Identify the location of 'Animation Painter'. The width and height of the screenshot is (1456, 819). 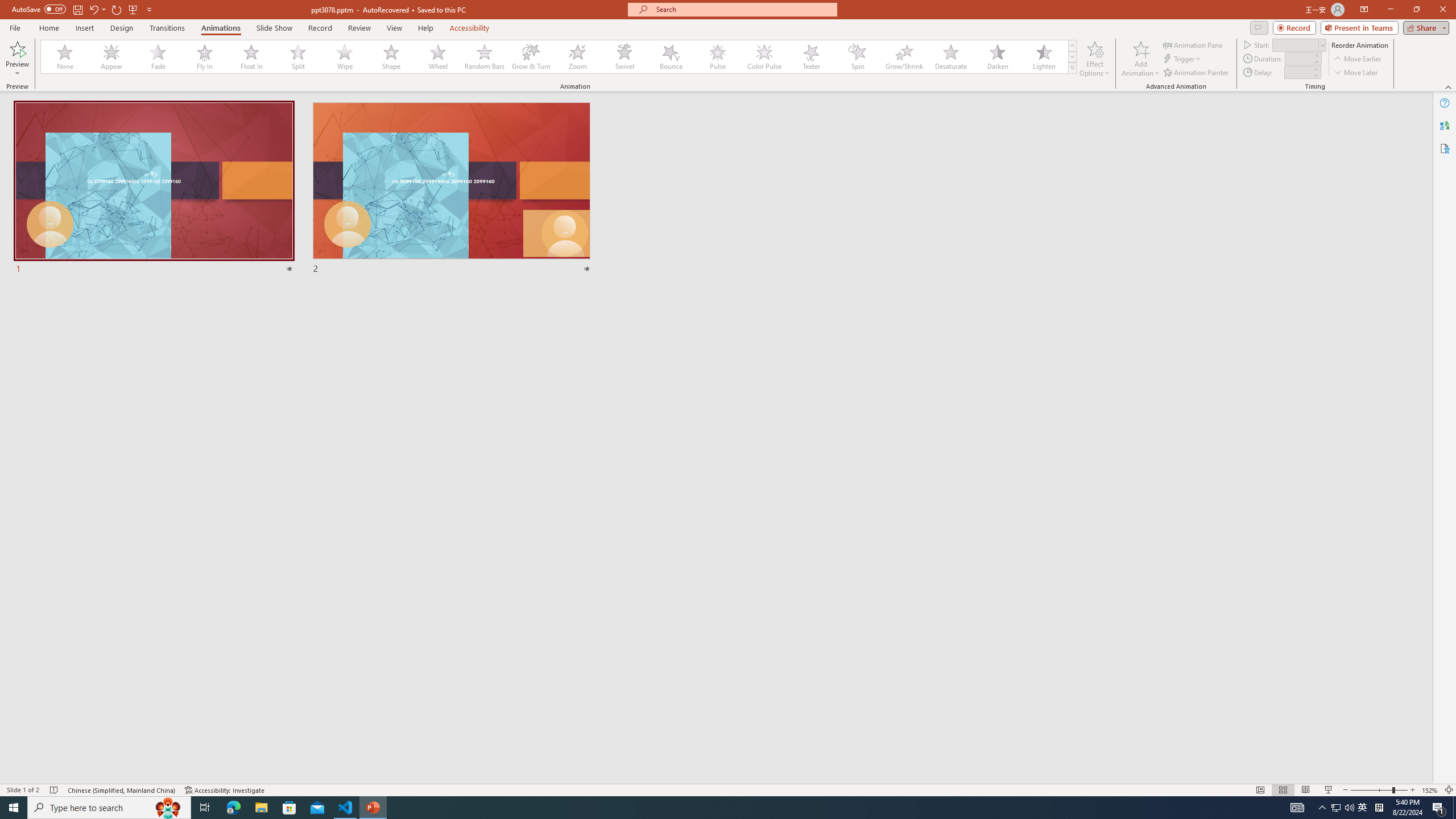
(1196, 72).